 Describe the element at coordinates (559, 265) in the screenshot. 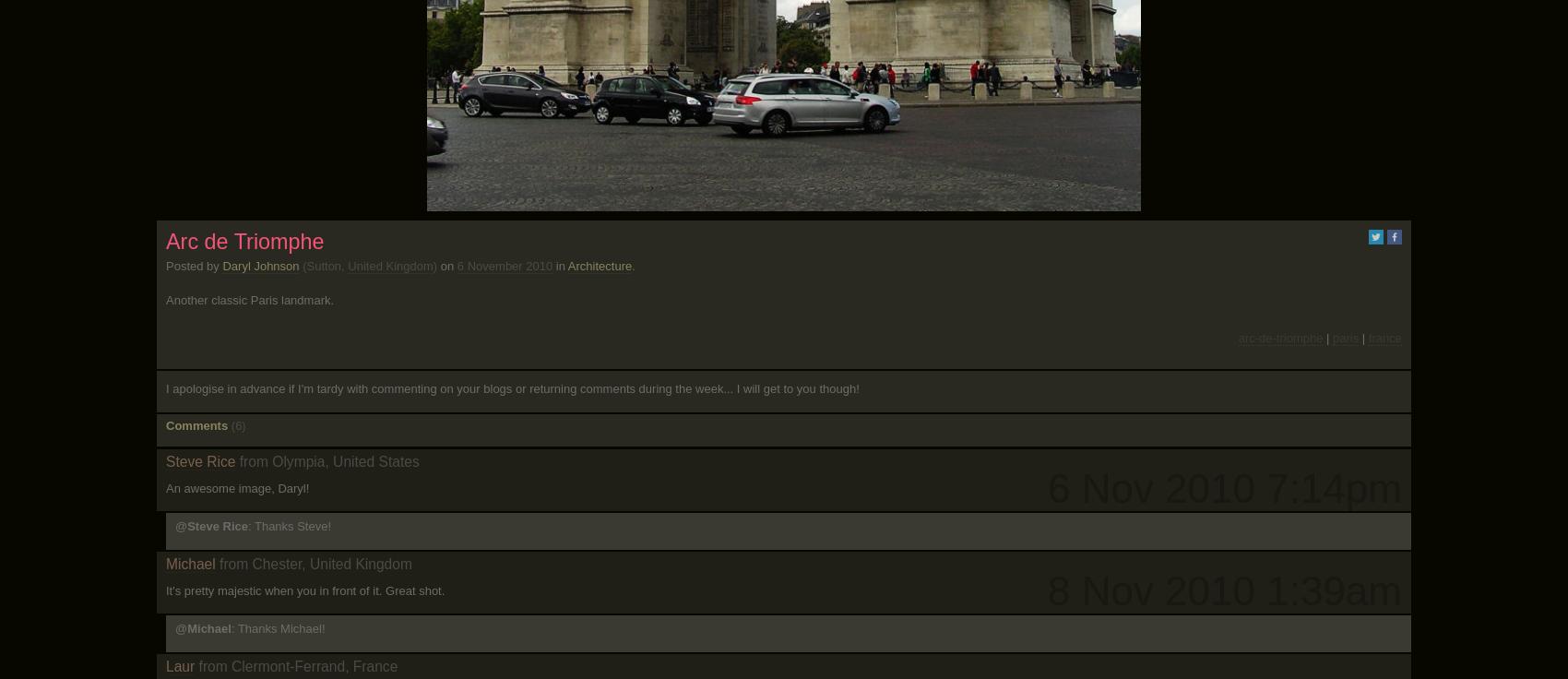

I see `'in'` at that location.